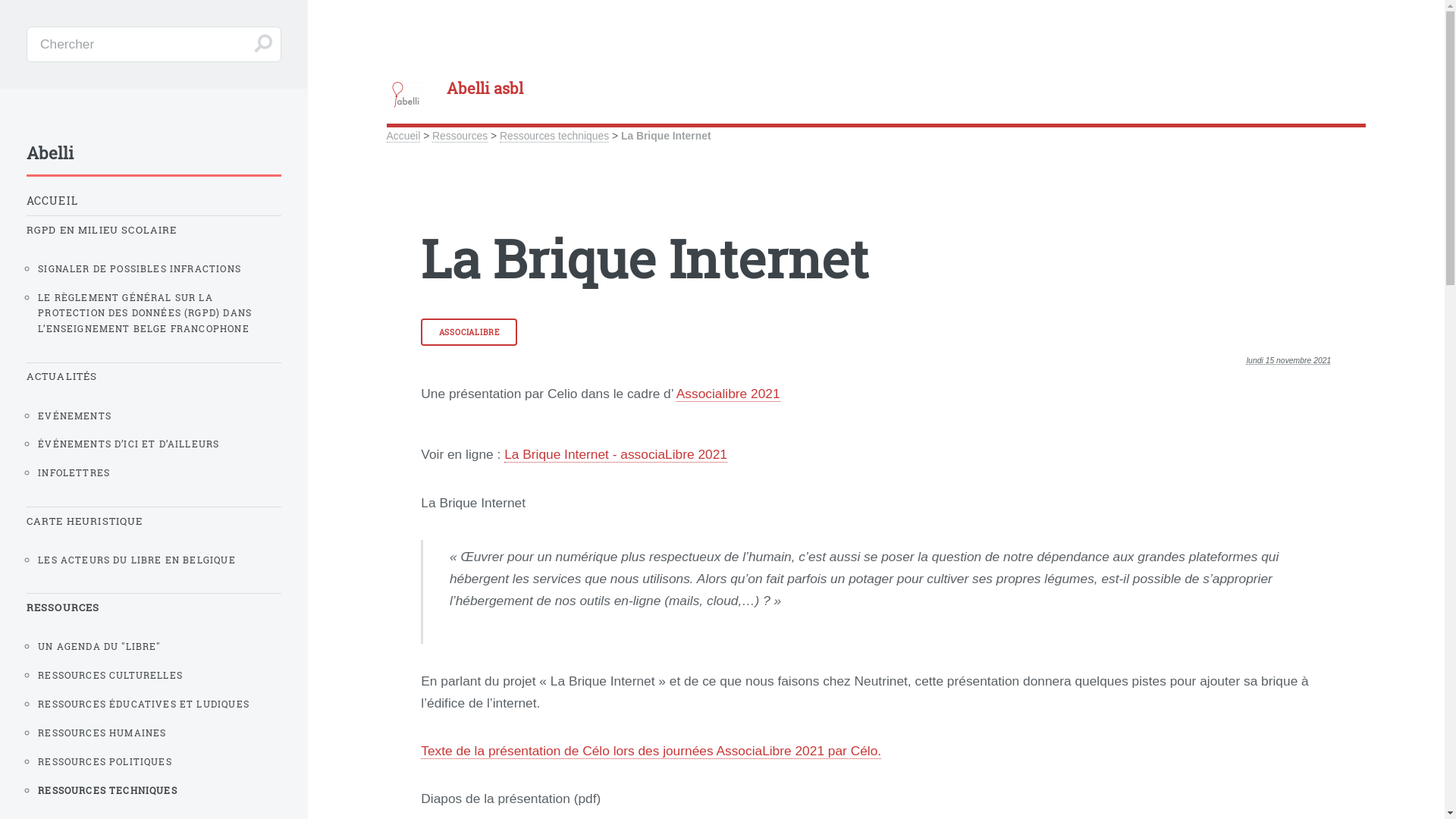  What do you see at coordinates (159, 268) in the screenshot?
I see `'SIGNALER DE POSSIBLES INFRACTIONS'` at bounding box center [159, 268].